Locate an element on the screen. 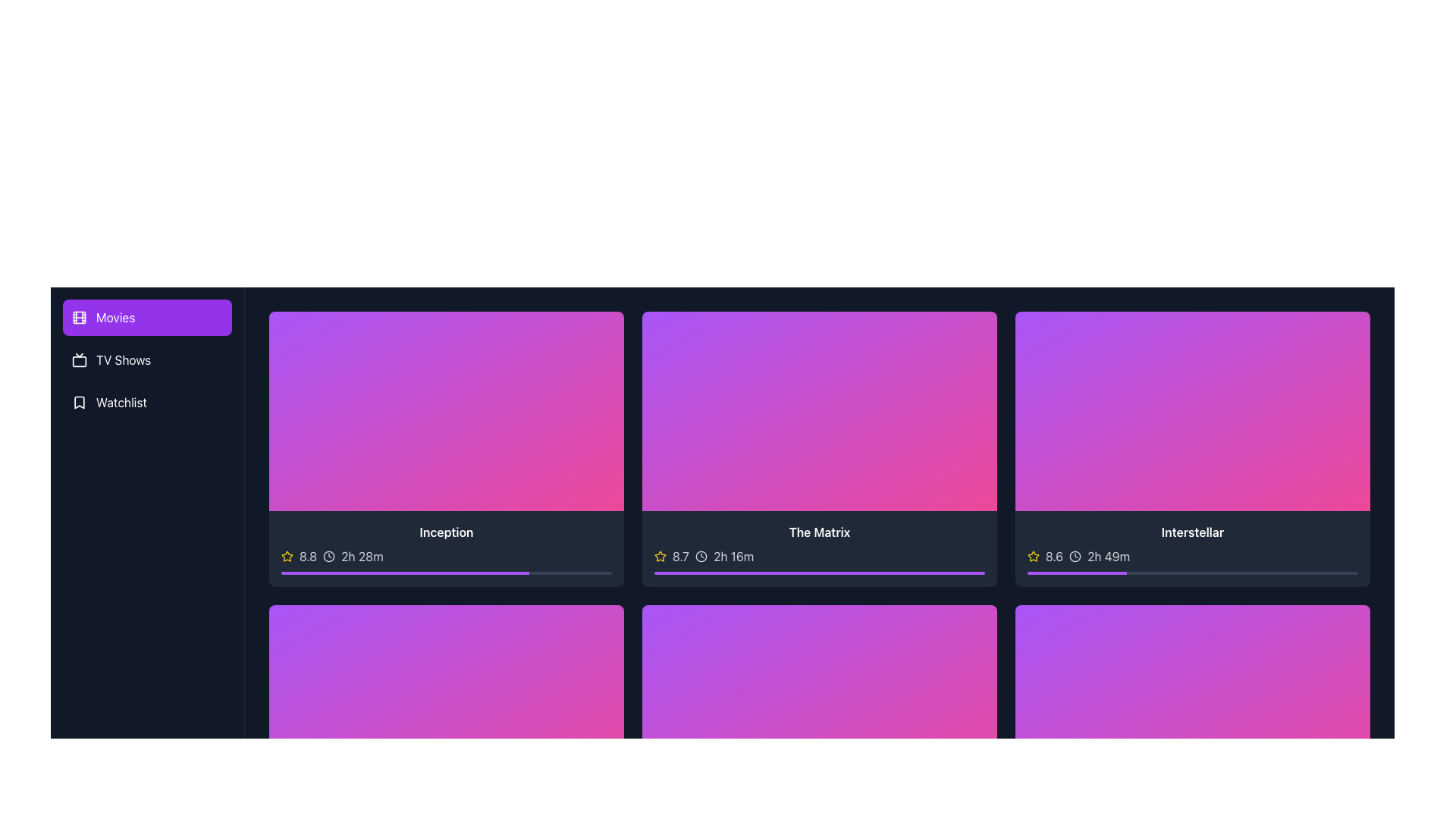  the clock icon representing the duration of the movie 'The Matrix' located in the footer of its card, positioned after the star rating icon and before the text '2h 16m' is located at coordinates (701, 557).